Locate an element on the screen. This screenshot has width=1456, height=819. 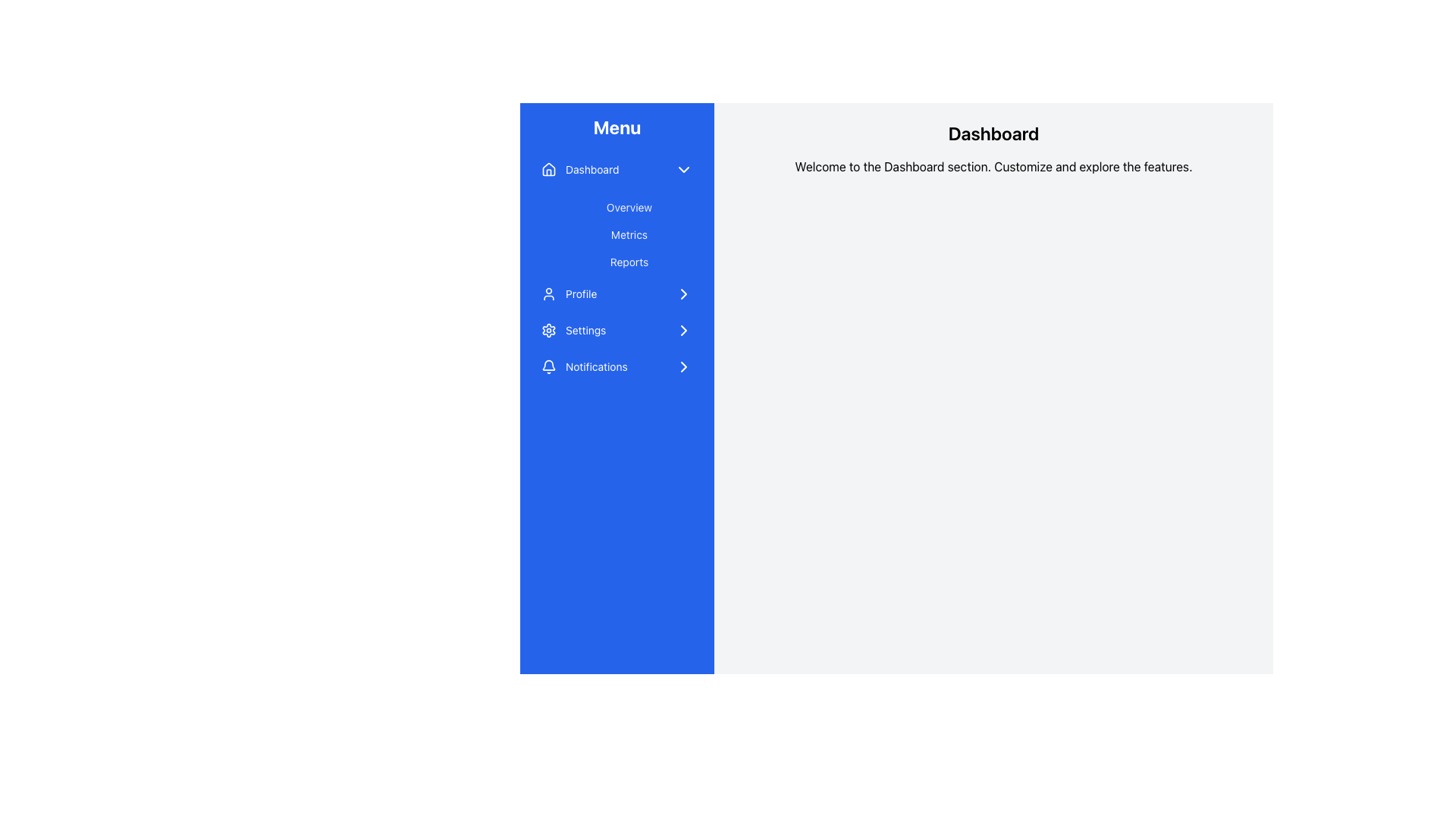
the Text label that indicates the Dashboard section, located in the sidebar menu, positioned below the 'Menu' heading and above the links 'Overview', 'Metrics', and 'Reports' is located at coordinates (591, 169).